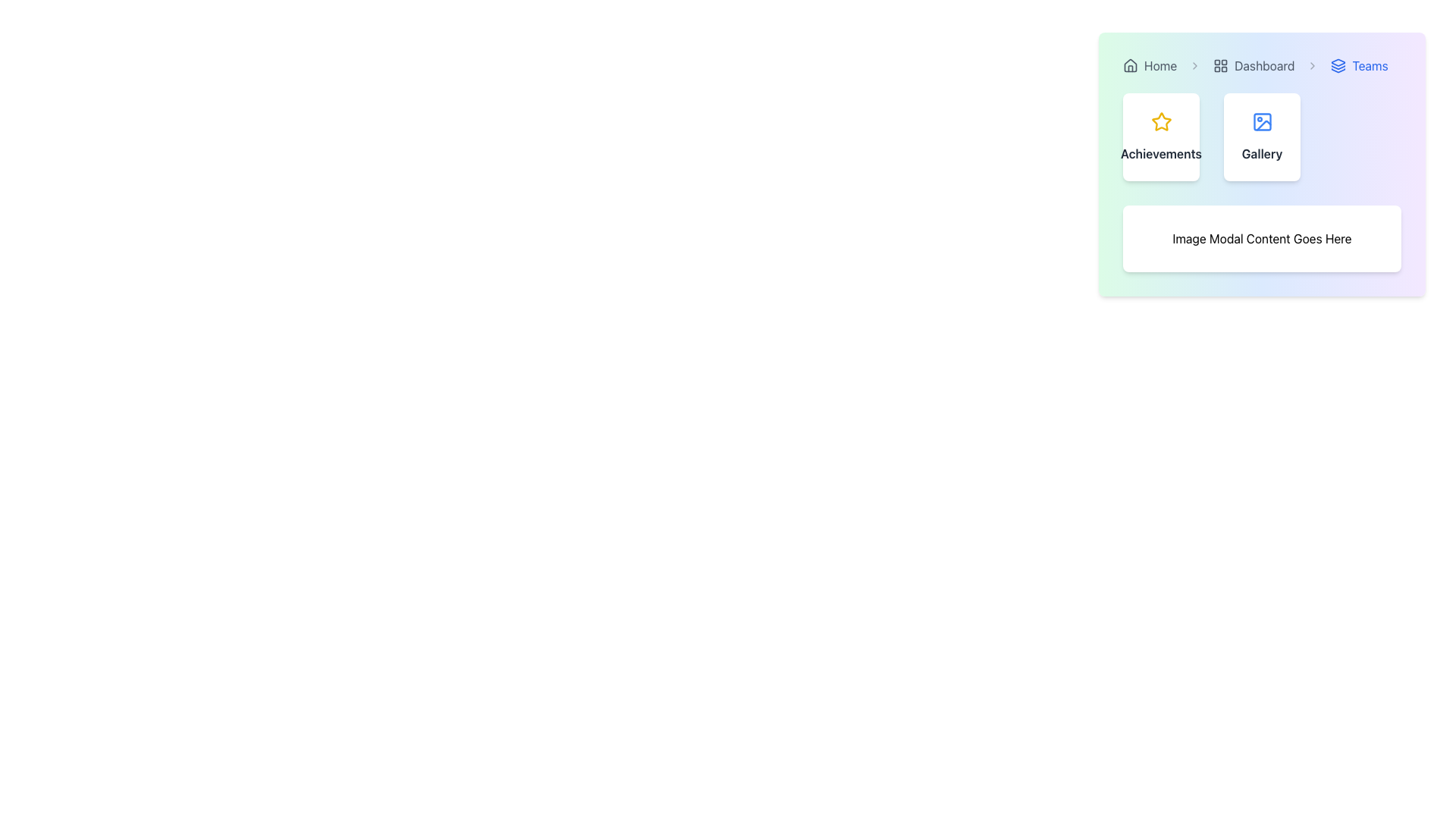  What do you see at coordinates (1254, 65) in the screenshot?
I see `the 'Dashboard' navigation label with an associated grid icon` at bounding box center [1254, 65].